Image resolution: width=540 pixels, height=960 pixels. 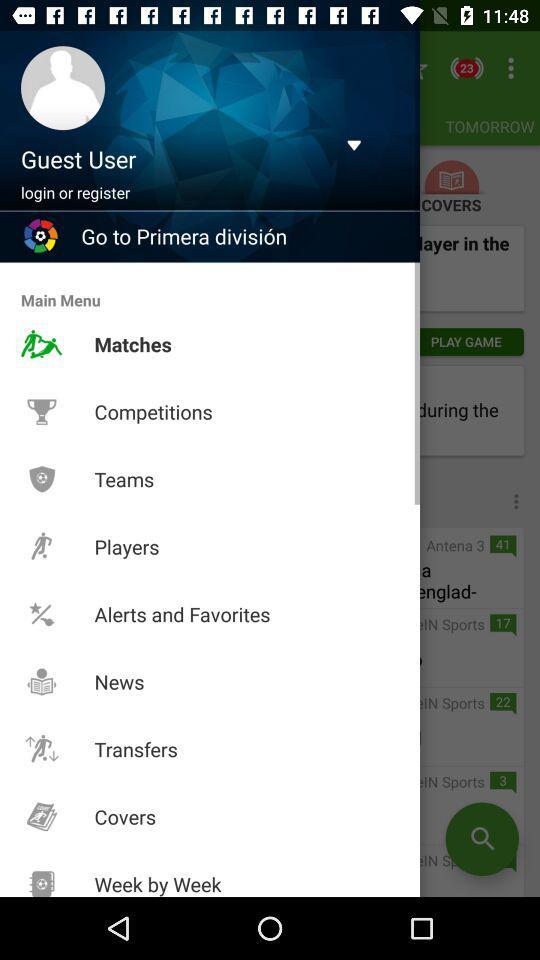 I want to click on the search icon, so click(x=481, y=839).